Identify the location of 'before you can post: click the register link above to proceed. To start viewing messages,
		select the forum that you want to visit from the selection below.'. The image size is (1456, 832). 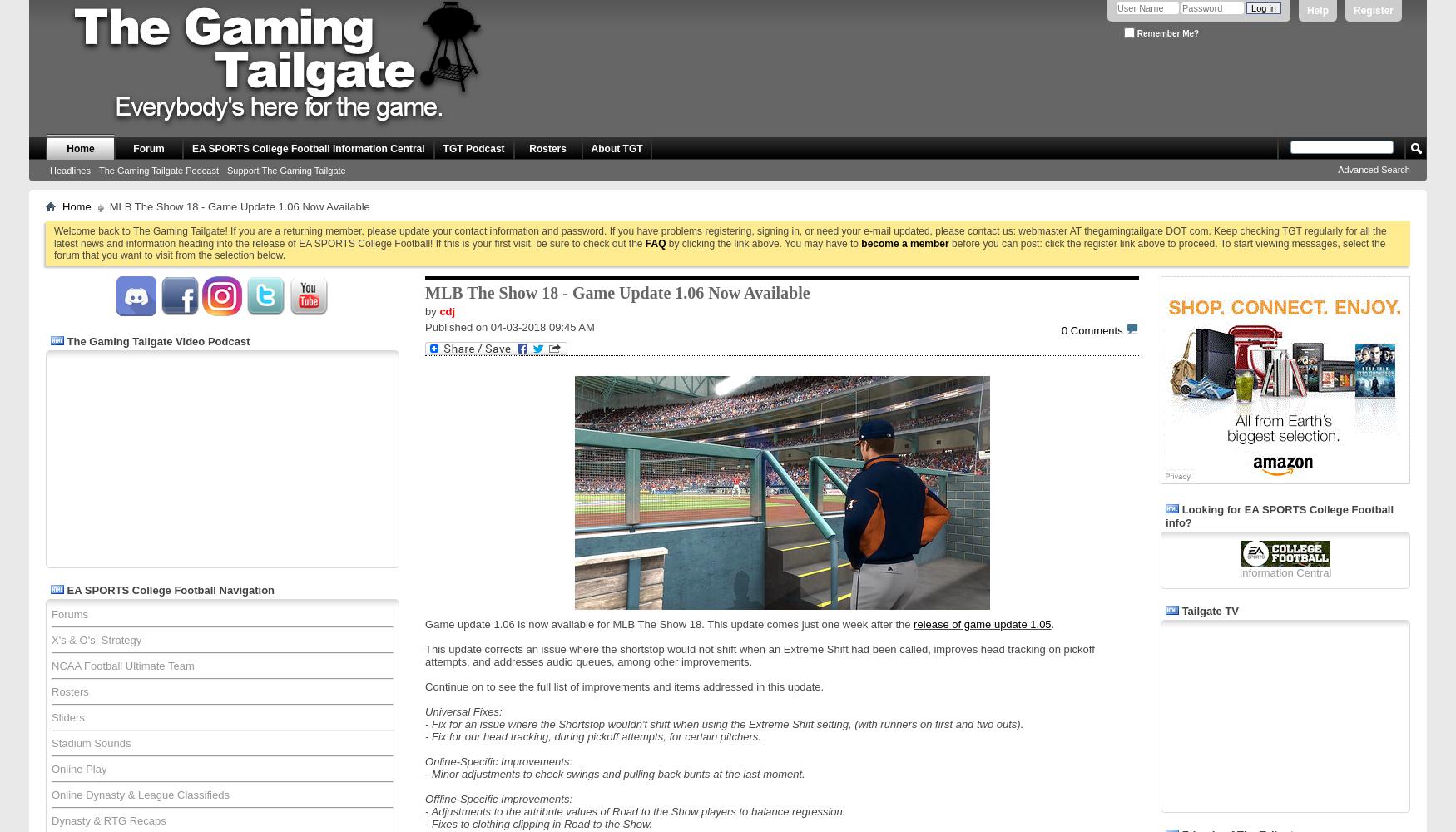
(720, 249).